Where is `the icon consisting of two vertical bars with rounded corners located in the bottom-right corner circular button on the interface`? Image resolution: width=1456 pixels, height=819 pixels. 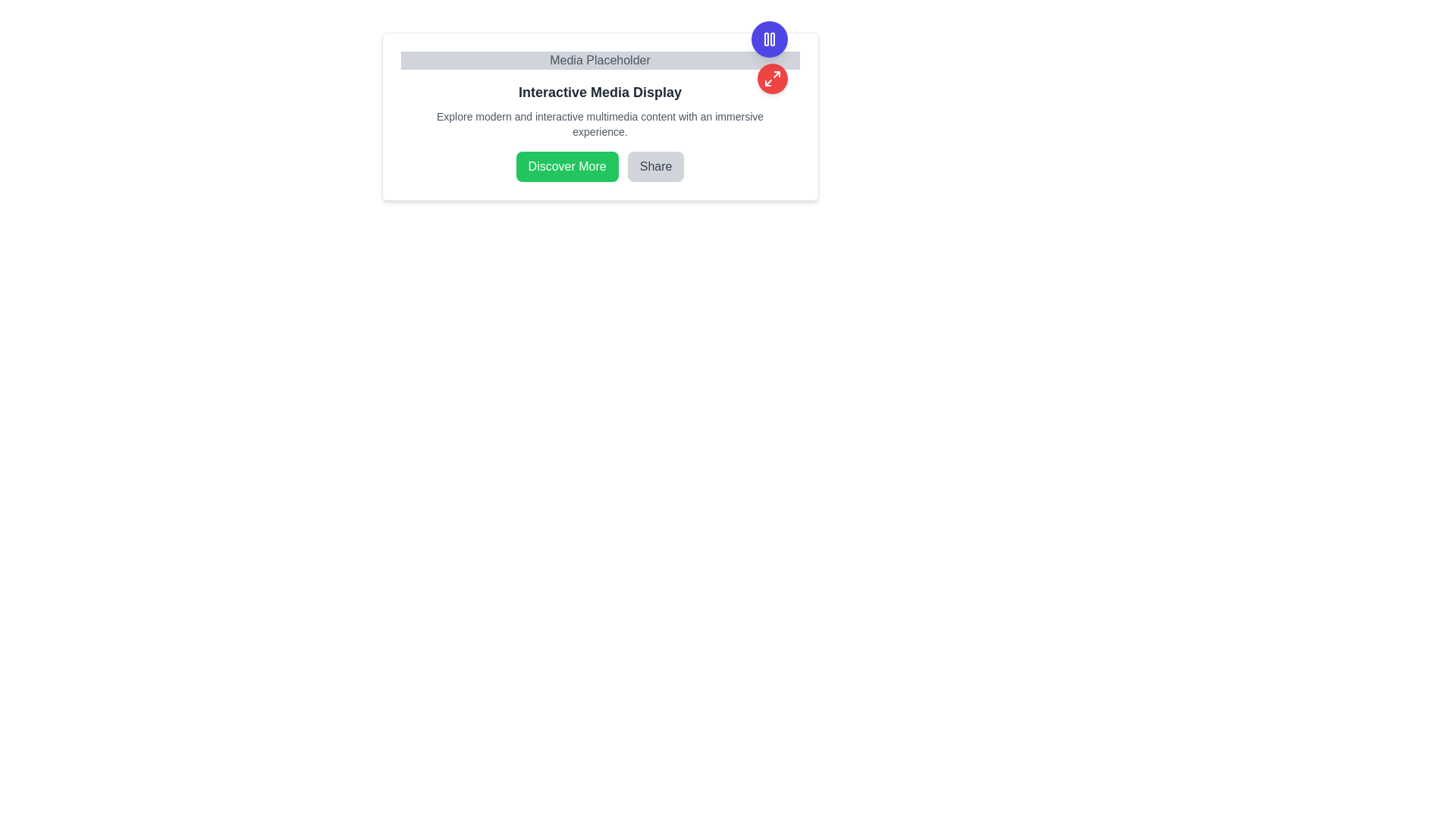
the icon consisting of two vertical bars with rounded corners located in the bottom-right corner circular button on the interface is located at coordinates (769, 38).